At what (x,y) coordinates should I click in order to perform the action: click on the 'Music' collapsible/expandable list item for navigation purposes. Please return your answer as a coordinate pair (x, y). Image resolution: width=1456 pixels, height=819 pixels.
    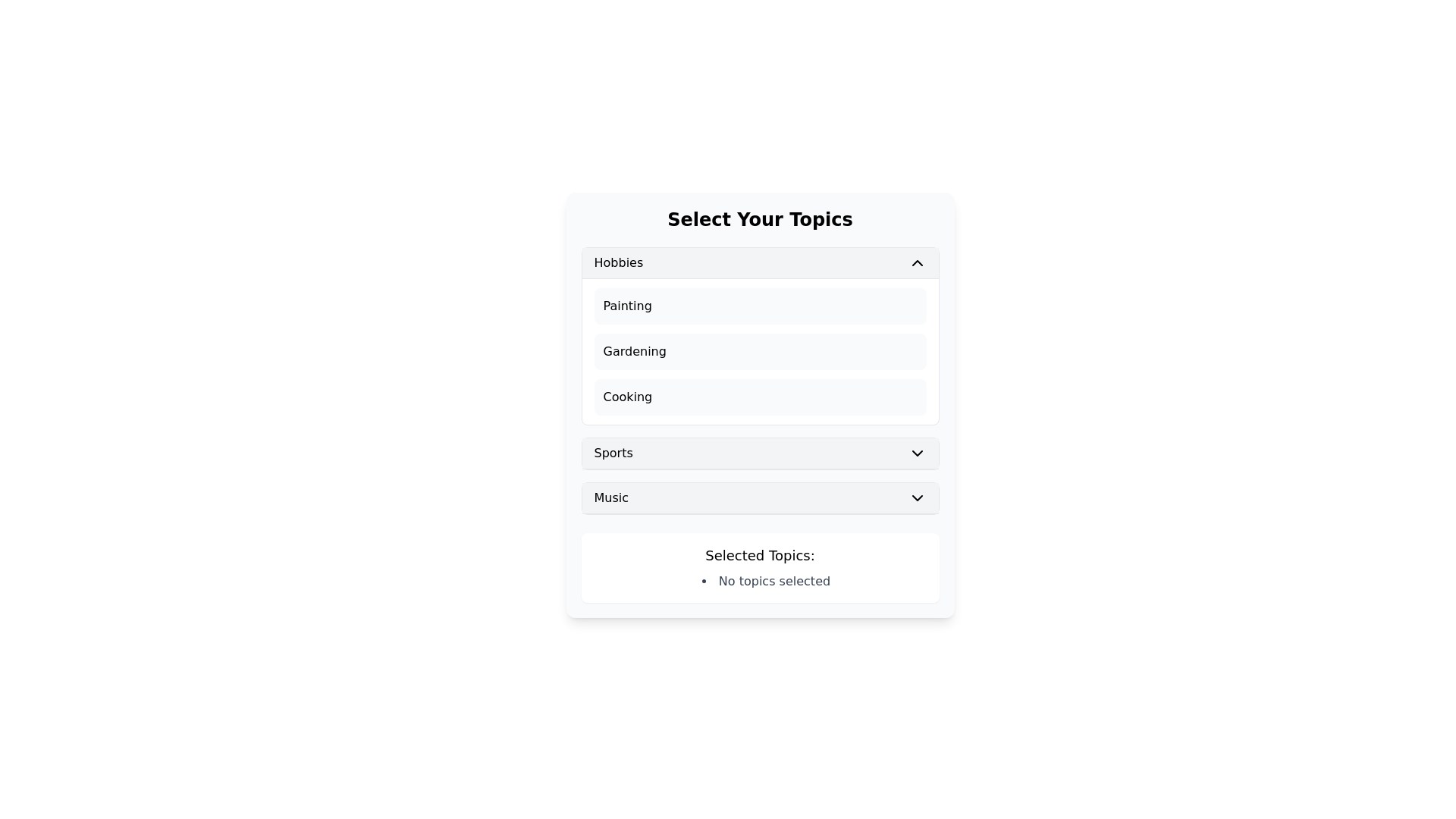
    Looking at the image, I should click on (760, 498).